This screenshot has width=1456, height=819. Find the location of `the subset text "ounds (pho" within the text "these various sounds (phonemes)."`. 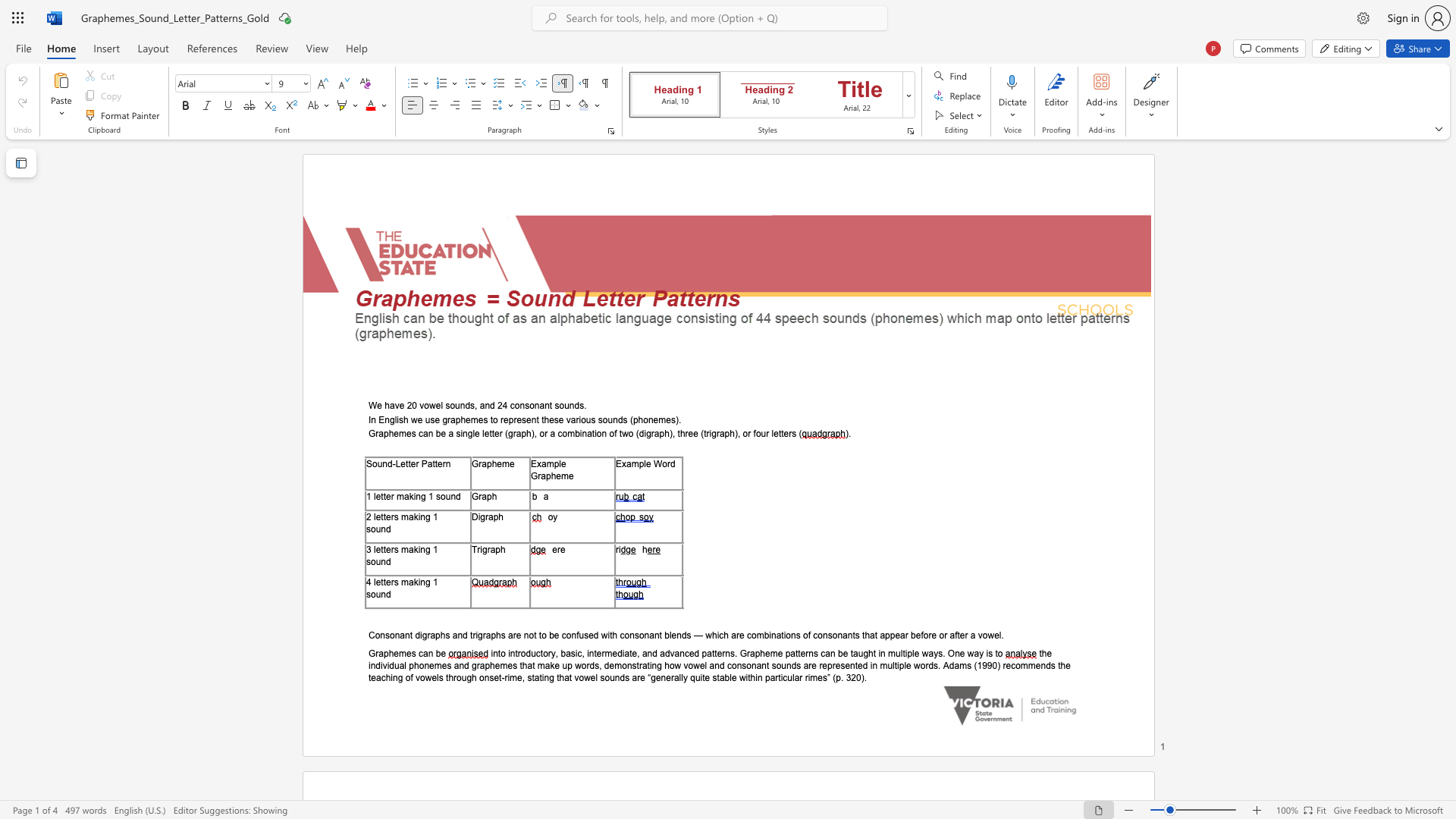

the subset text "ounds (pho" within the text "these various sounds (phonemes)." is located at coordinates (601, 419).